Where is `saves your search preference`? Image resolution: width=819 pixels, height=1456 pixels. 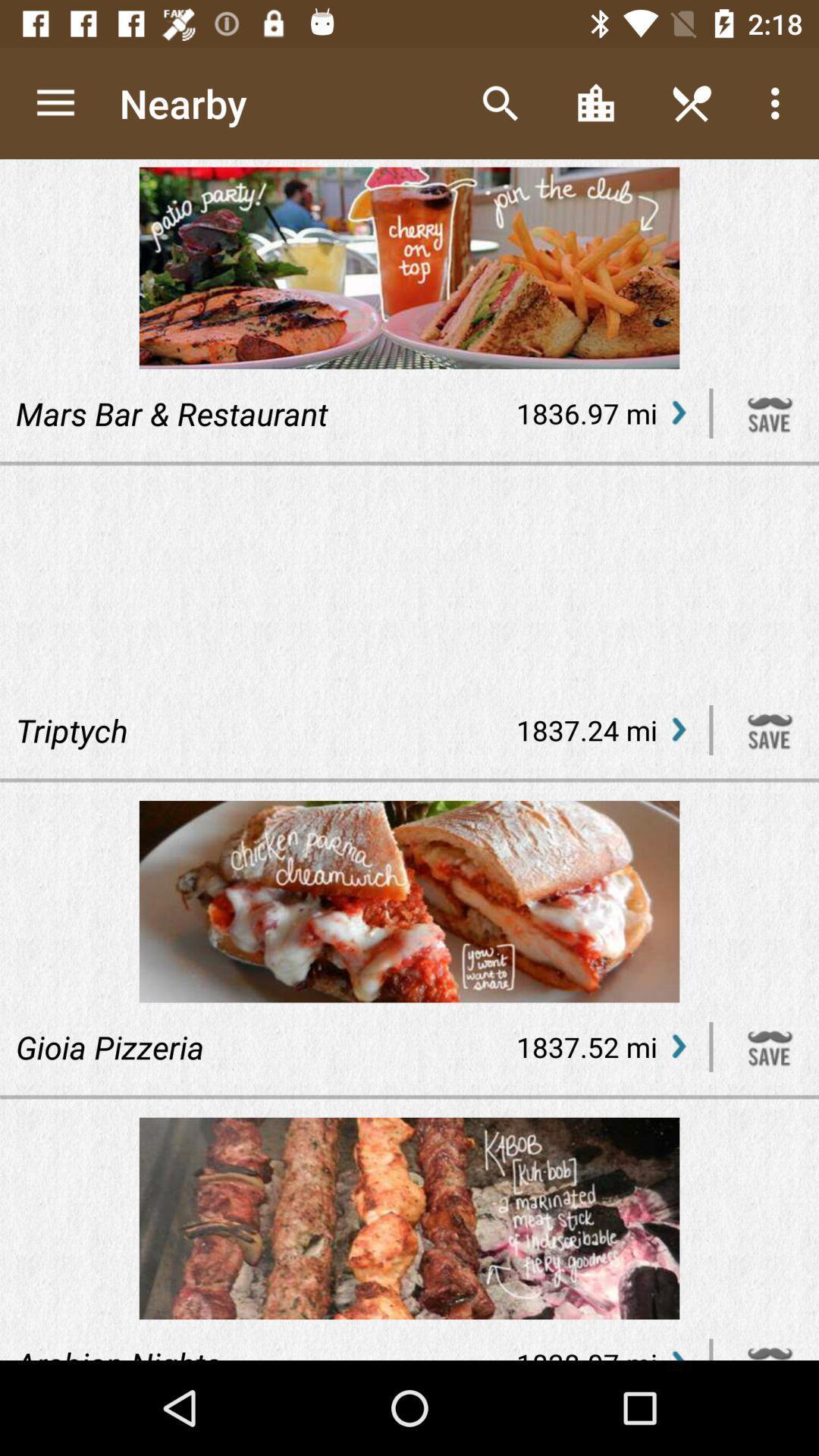 saves your search preference is located at coordinates (770, 413).